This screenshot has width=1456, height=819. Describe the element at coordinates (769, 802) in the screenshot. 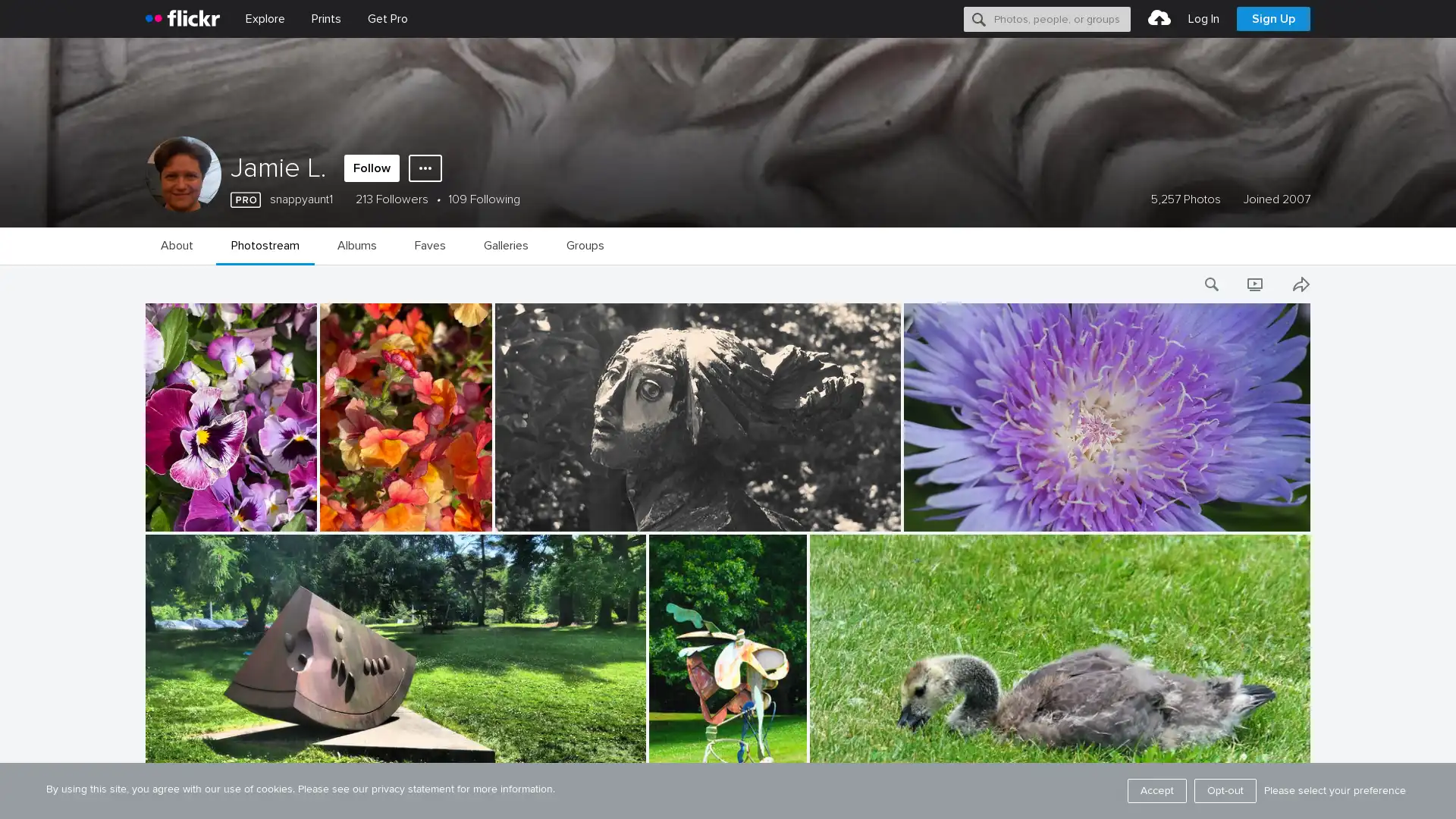

I see `Add to Favorites` at that location.